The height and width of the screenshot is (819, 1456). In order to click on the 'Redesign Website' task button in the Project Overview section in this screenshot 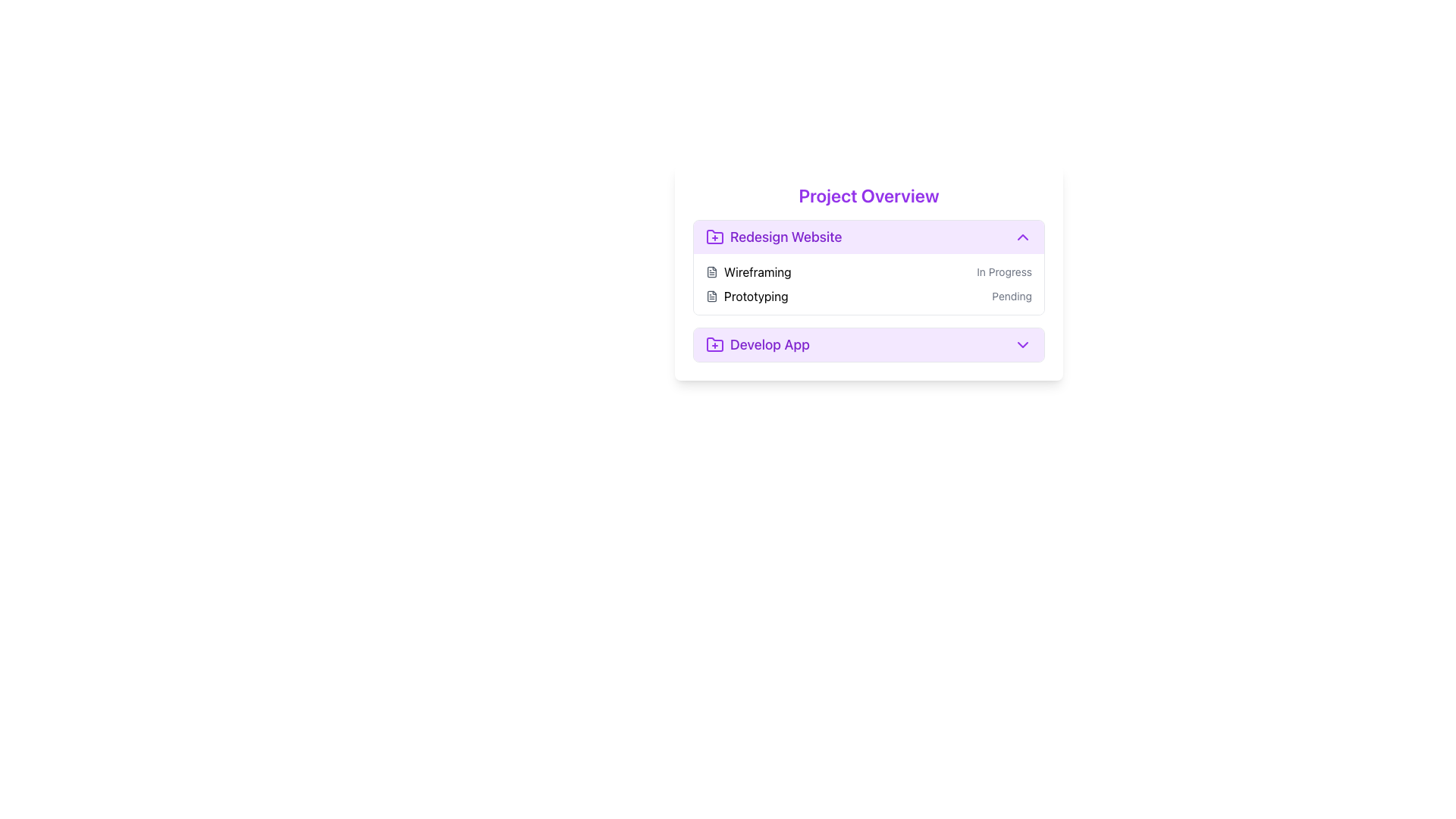, I will do `click(773, 237)`.